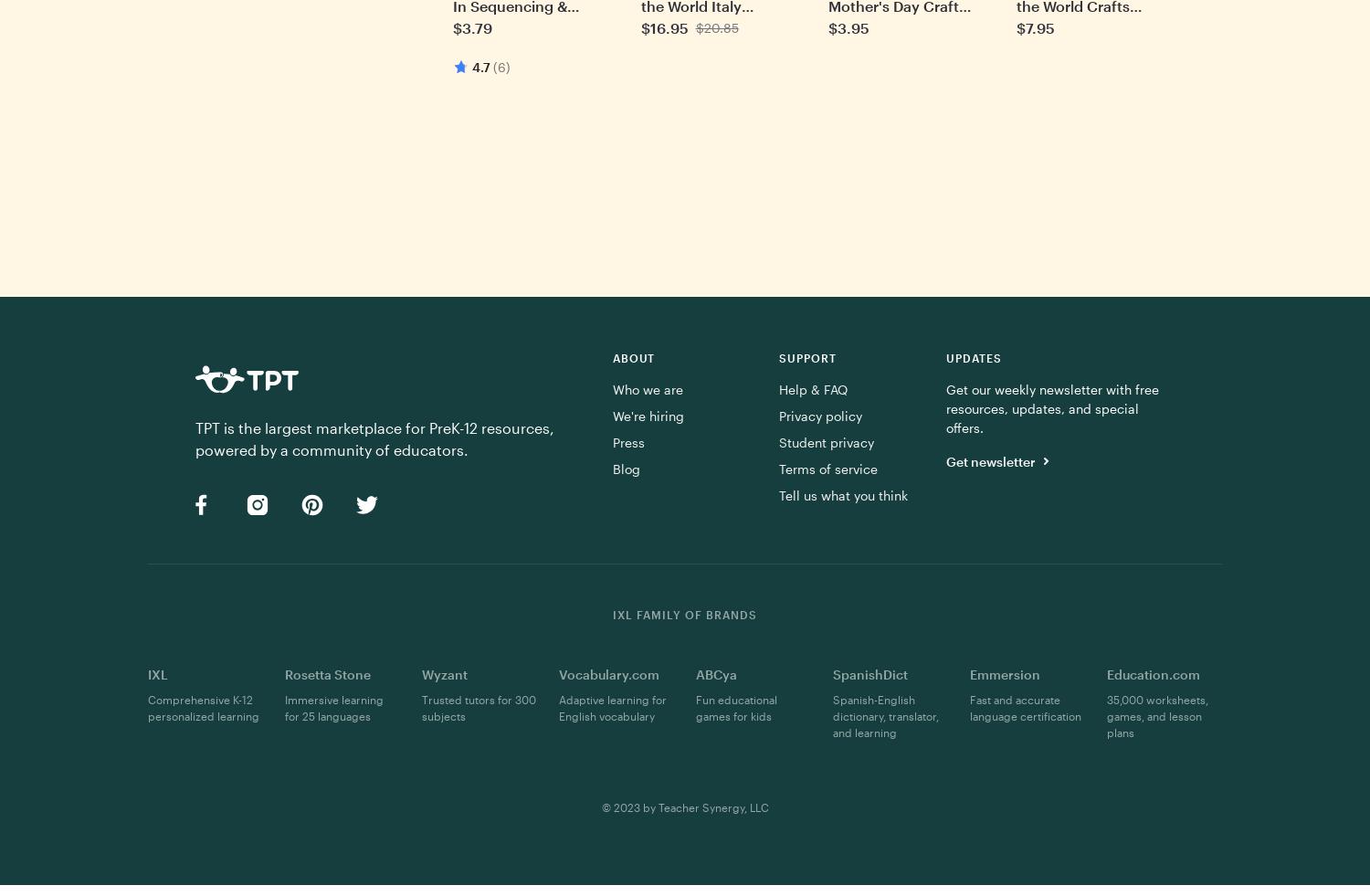  I want to click on 'Wyzant', so click(421, 674).